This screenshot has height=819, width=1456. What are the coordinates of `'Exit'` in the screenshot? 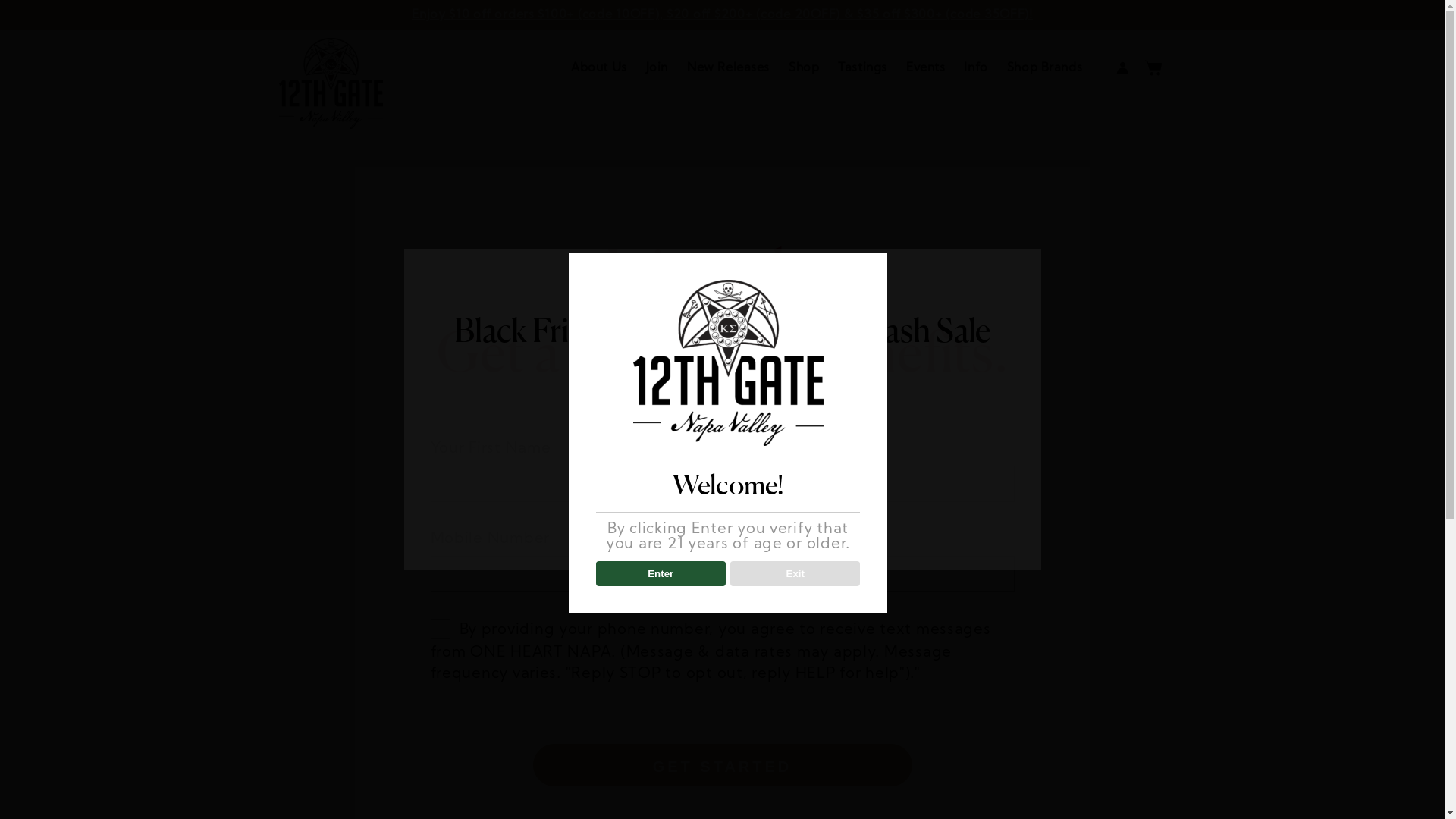 It's located at (794, 573).